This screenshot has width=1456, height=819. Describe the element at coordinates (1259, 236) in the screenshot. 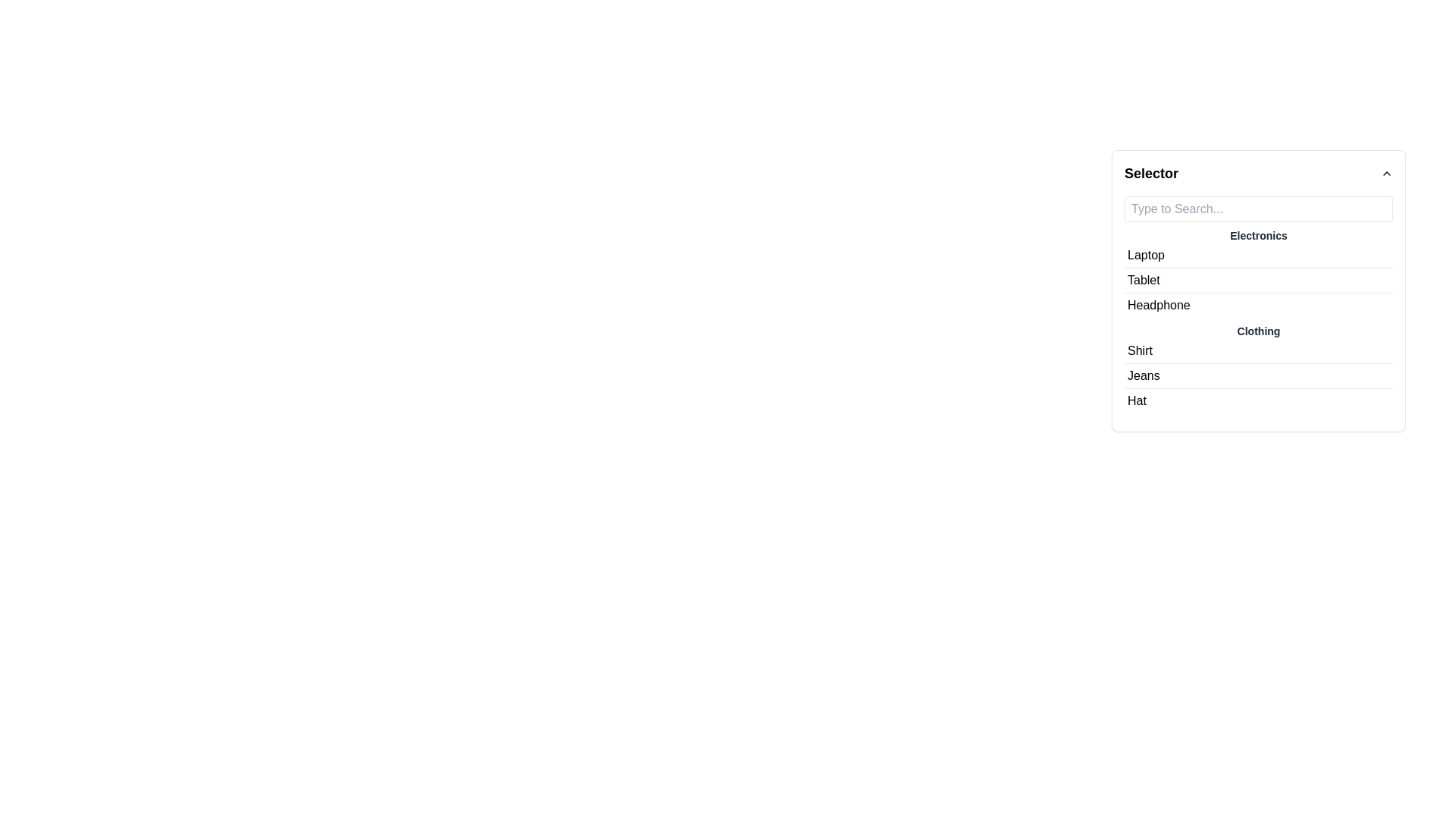

I see `the 'Electronics' category label located at the top of the drop-down section under the 'Selector' header` at that location.